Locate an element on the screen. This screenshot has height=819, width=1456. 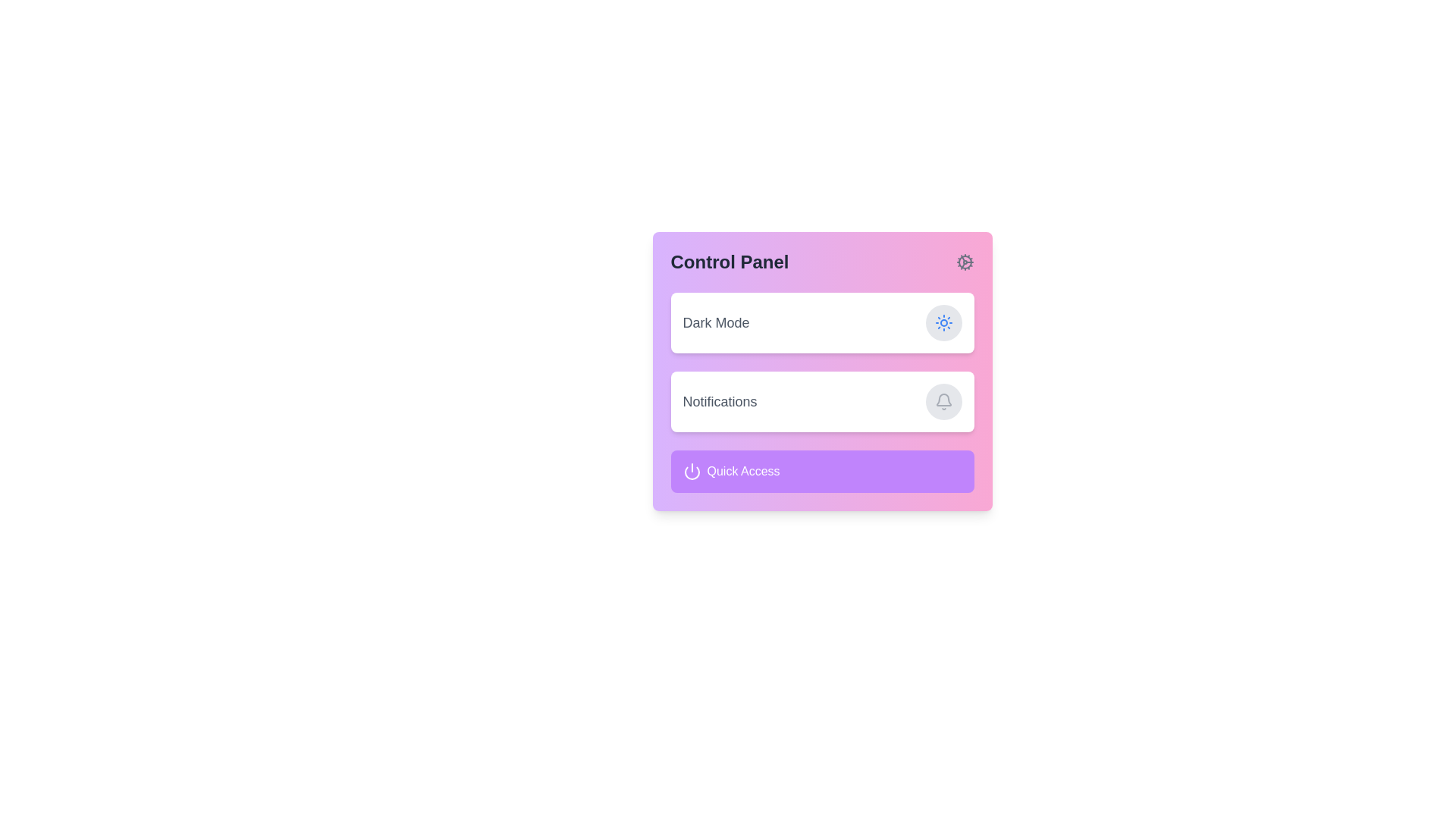
text label indicating 'Quick Access' which is positioned at the center-right side of a purple rounded rectangle, next to the power icon is located at coordinates (743, 470).